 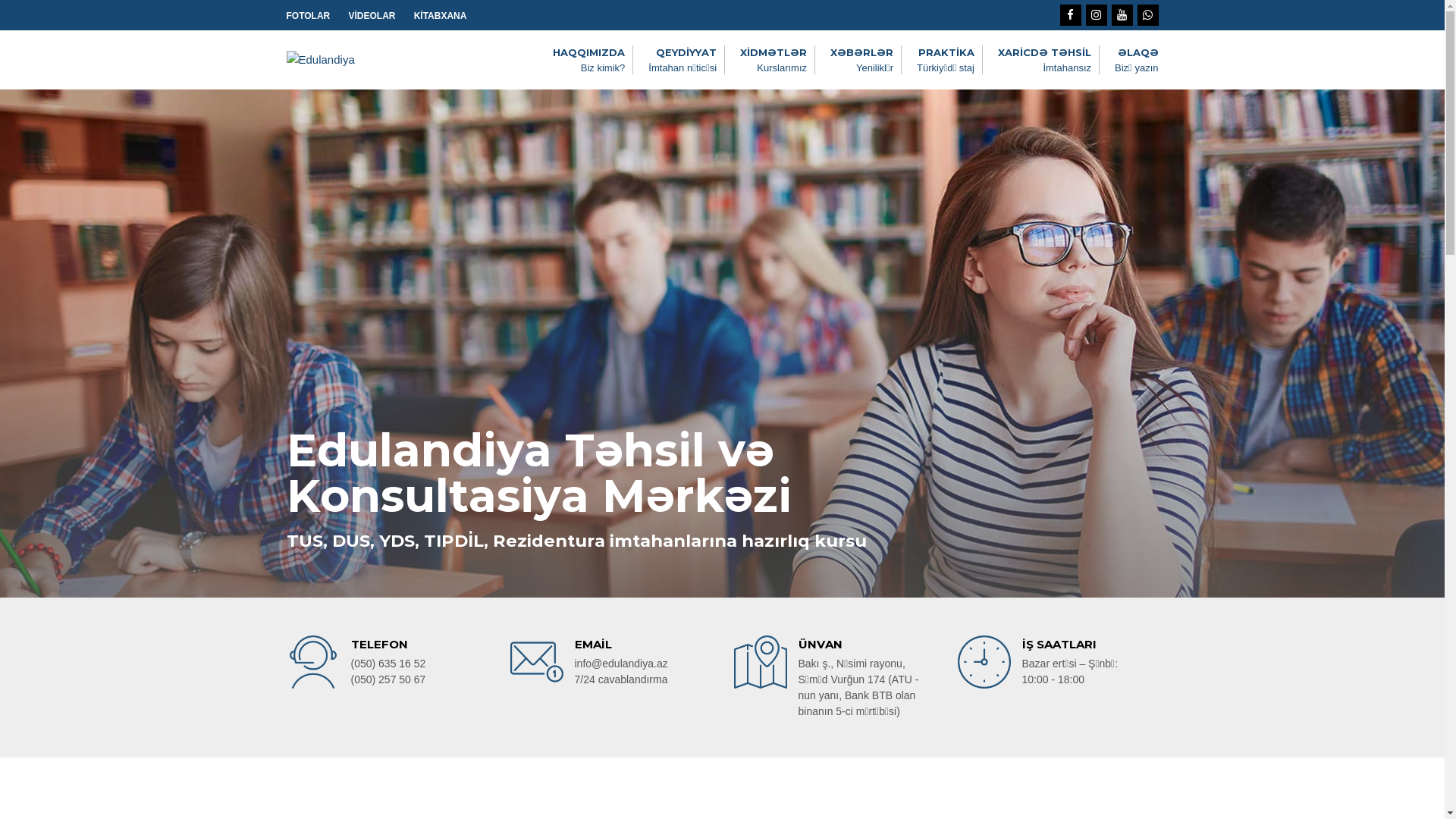 I want to click on 'KITABXANA', so click(x=439, y=16).